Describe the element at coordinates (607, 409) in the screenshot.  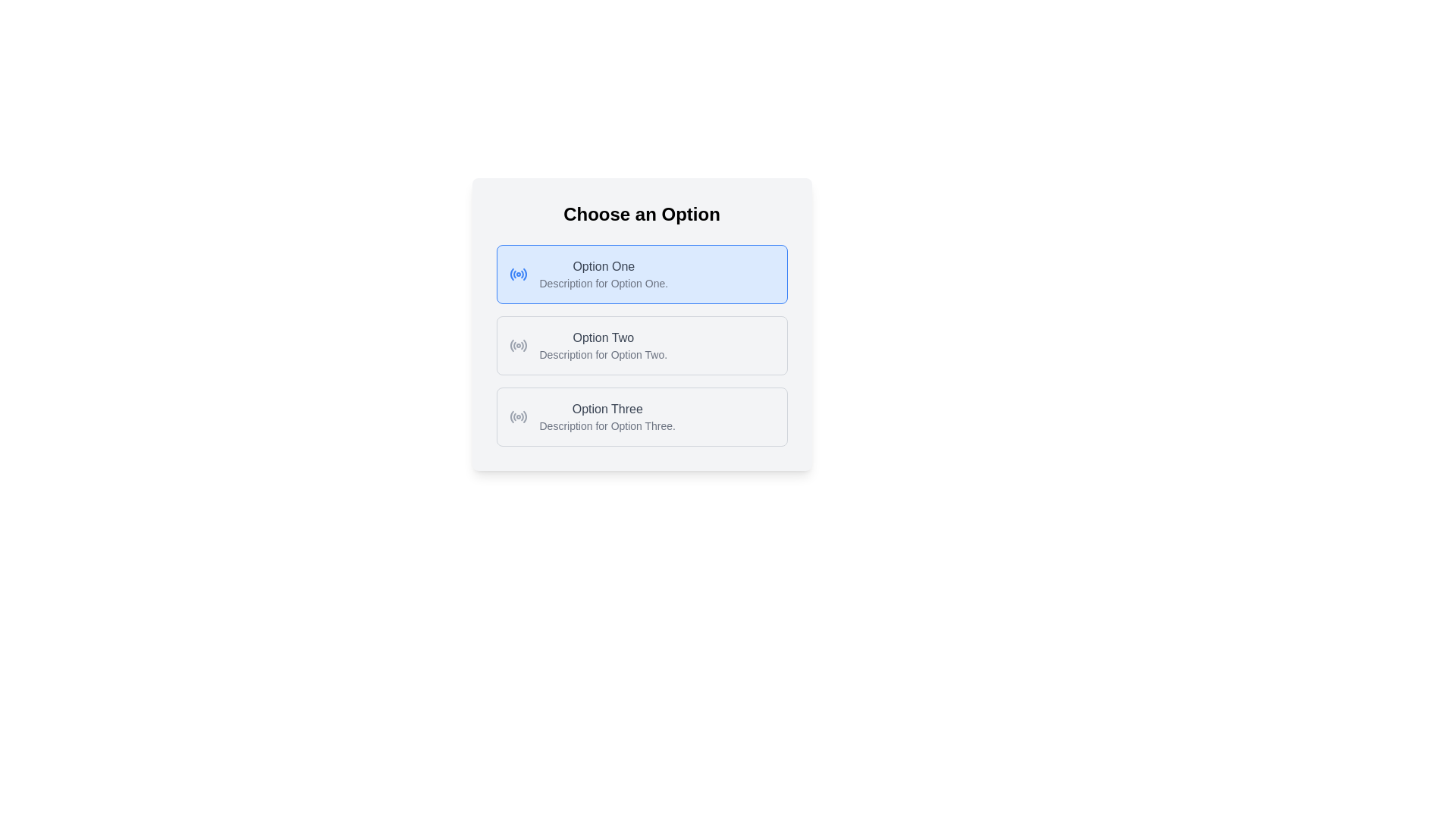
I see `the 'Option Three' text label, which identifies the third selectable option in a vertical list` at that location.